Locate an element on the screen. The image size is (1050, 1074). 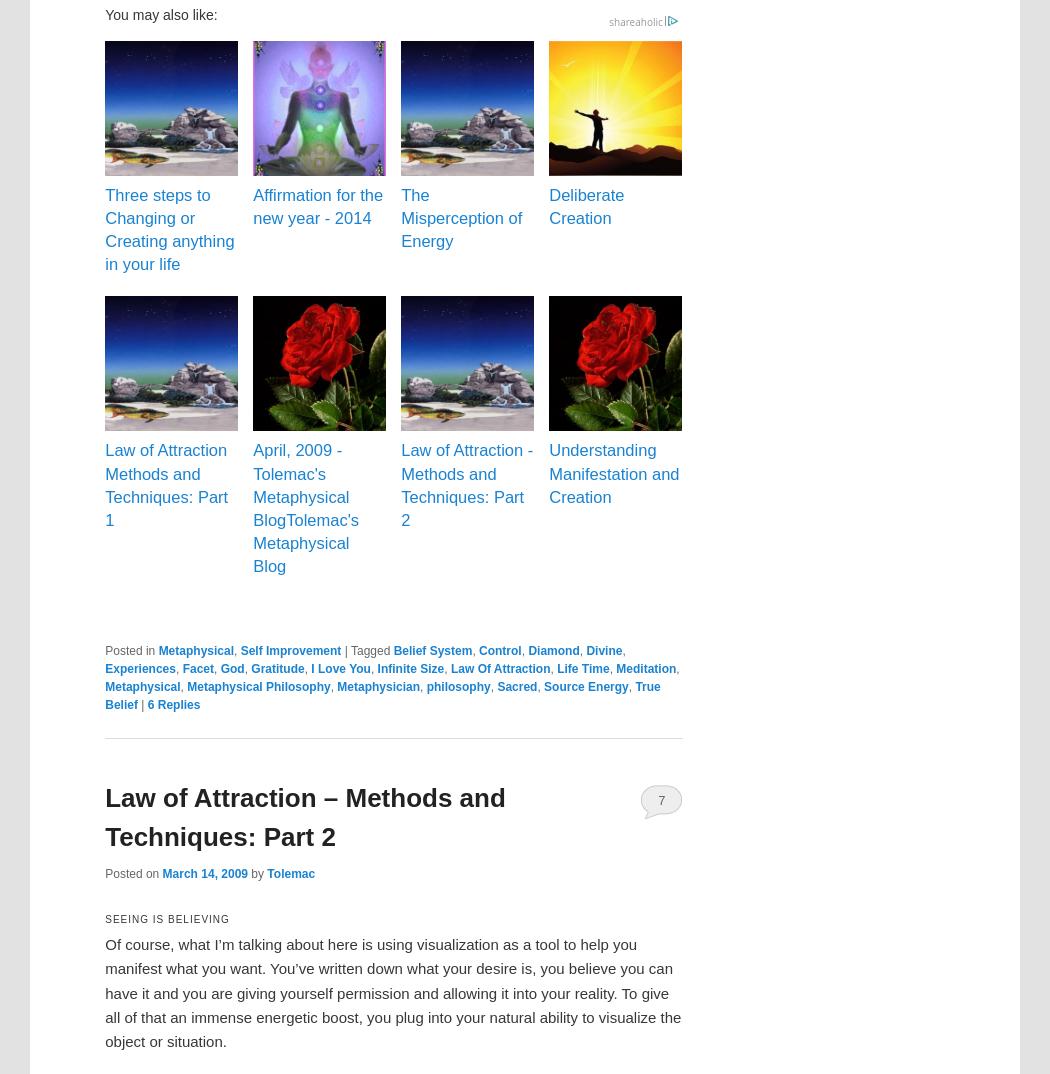
'Gratitude' is located at coordinates (250, 667).